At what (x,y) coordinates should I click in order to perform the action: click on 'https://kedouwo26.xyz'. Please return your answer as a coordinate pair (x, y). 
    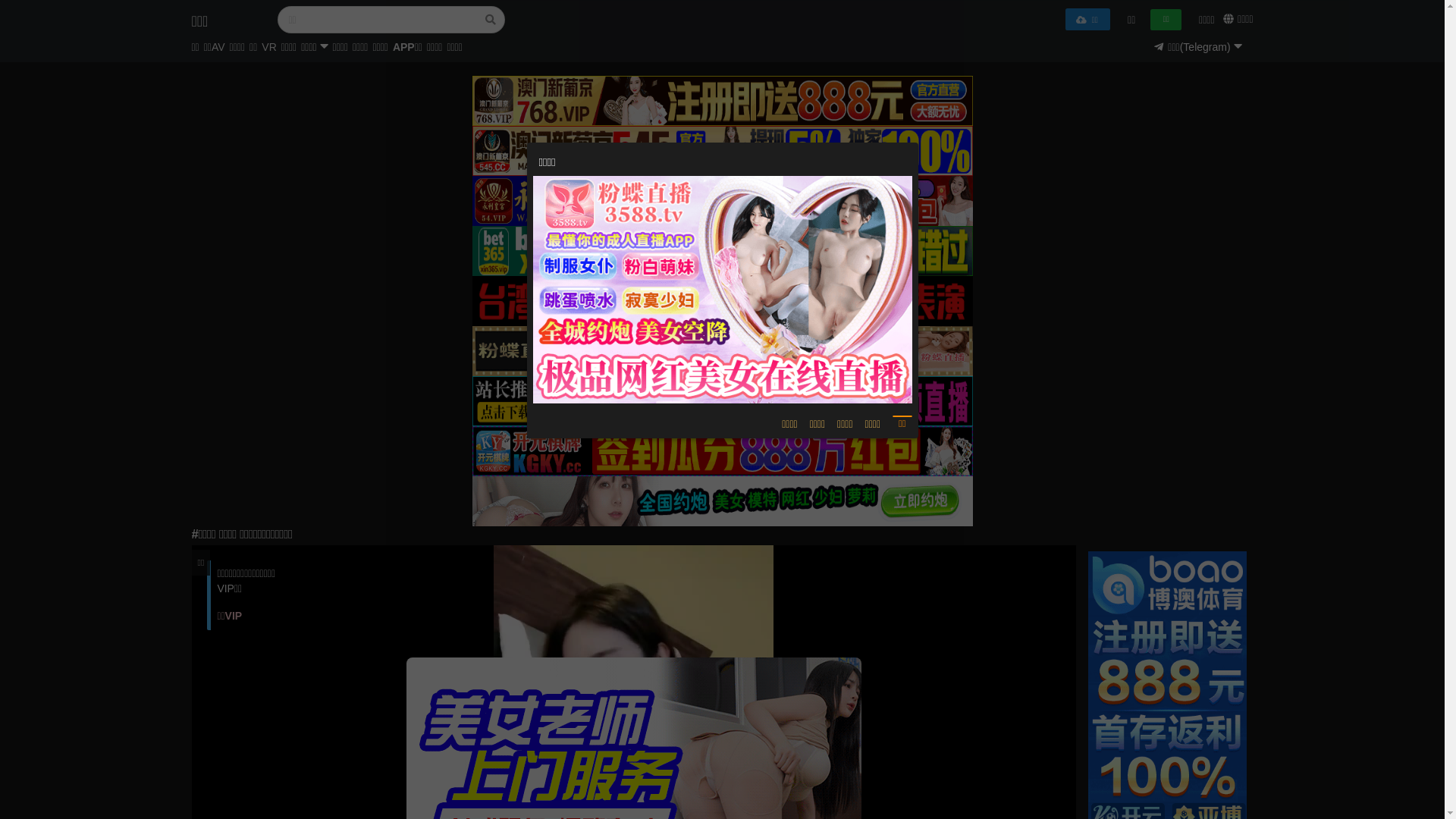
    Looking at the image, I should click on (721, 298).